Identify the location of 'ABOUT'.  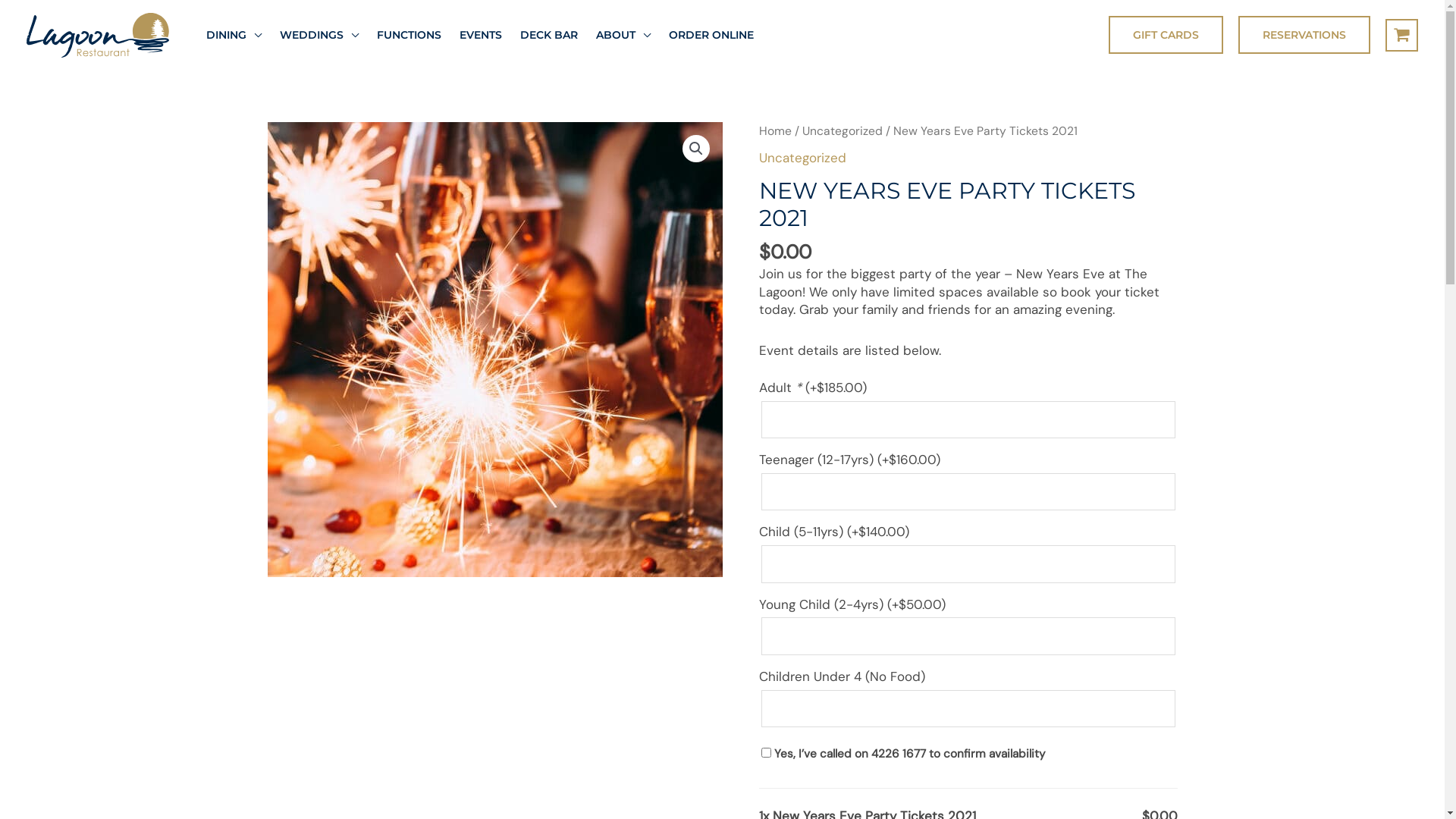
(623, 34).